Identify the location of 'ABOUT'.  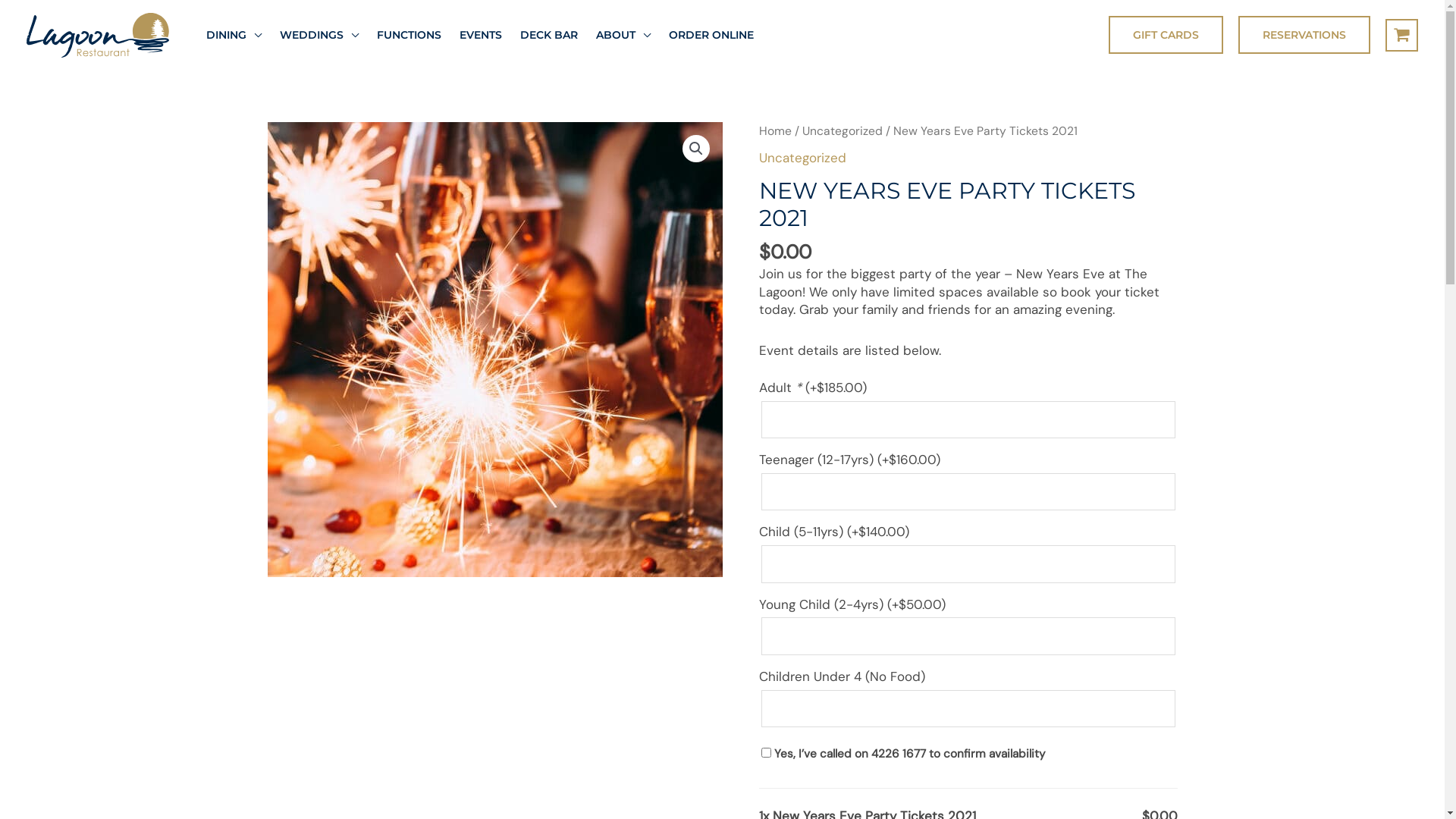
(623, 34).